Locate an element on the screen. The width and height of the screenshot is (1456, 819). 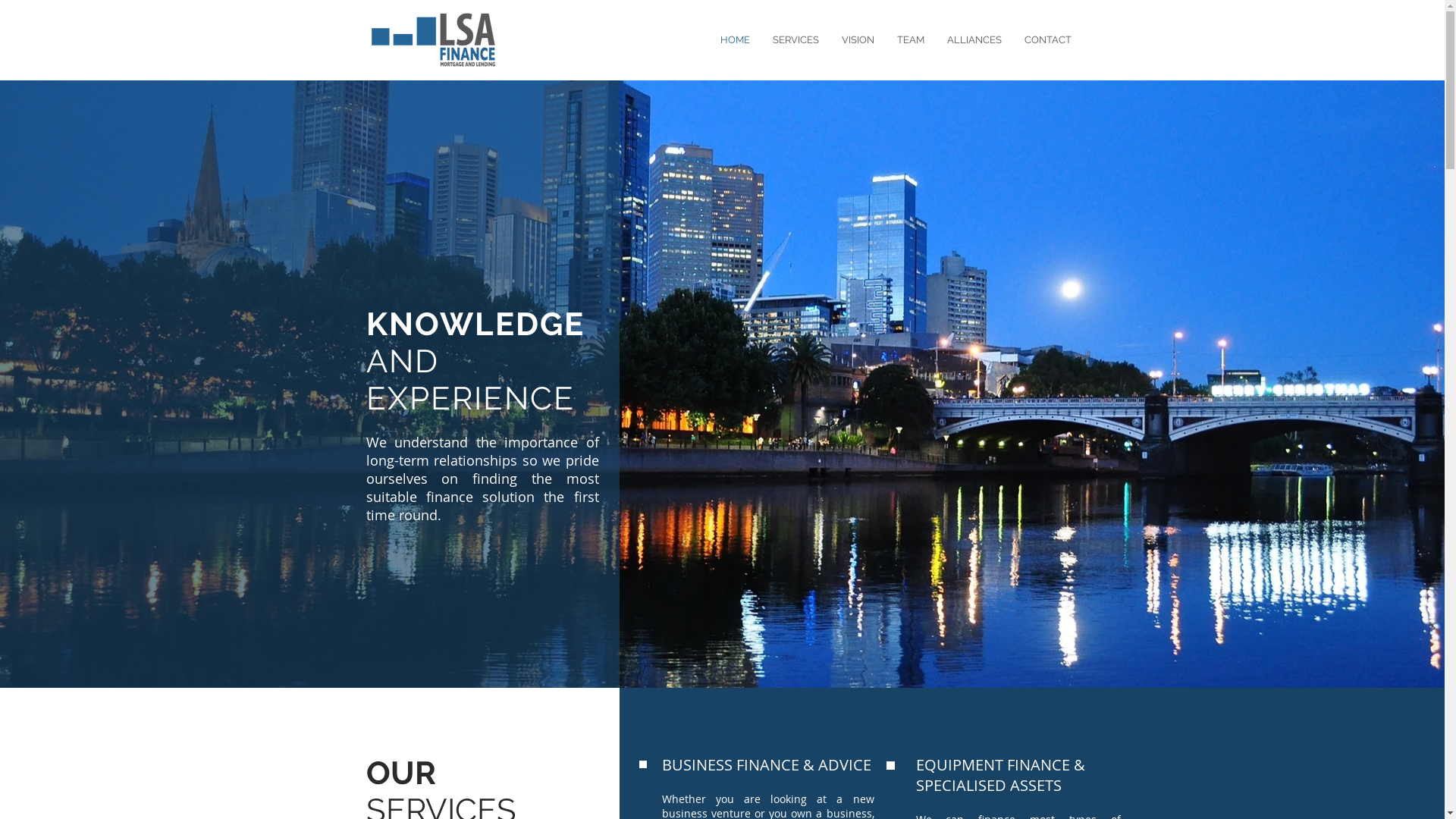
'EQUIPMENT FINANCE & SPECIALISED ASSETS' is located at coordinates (1000, 775).